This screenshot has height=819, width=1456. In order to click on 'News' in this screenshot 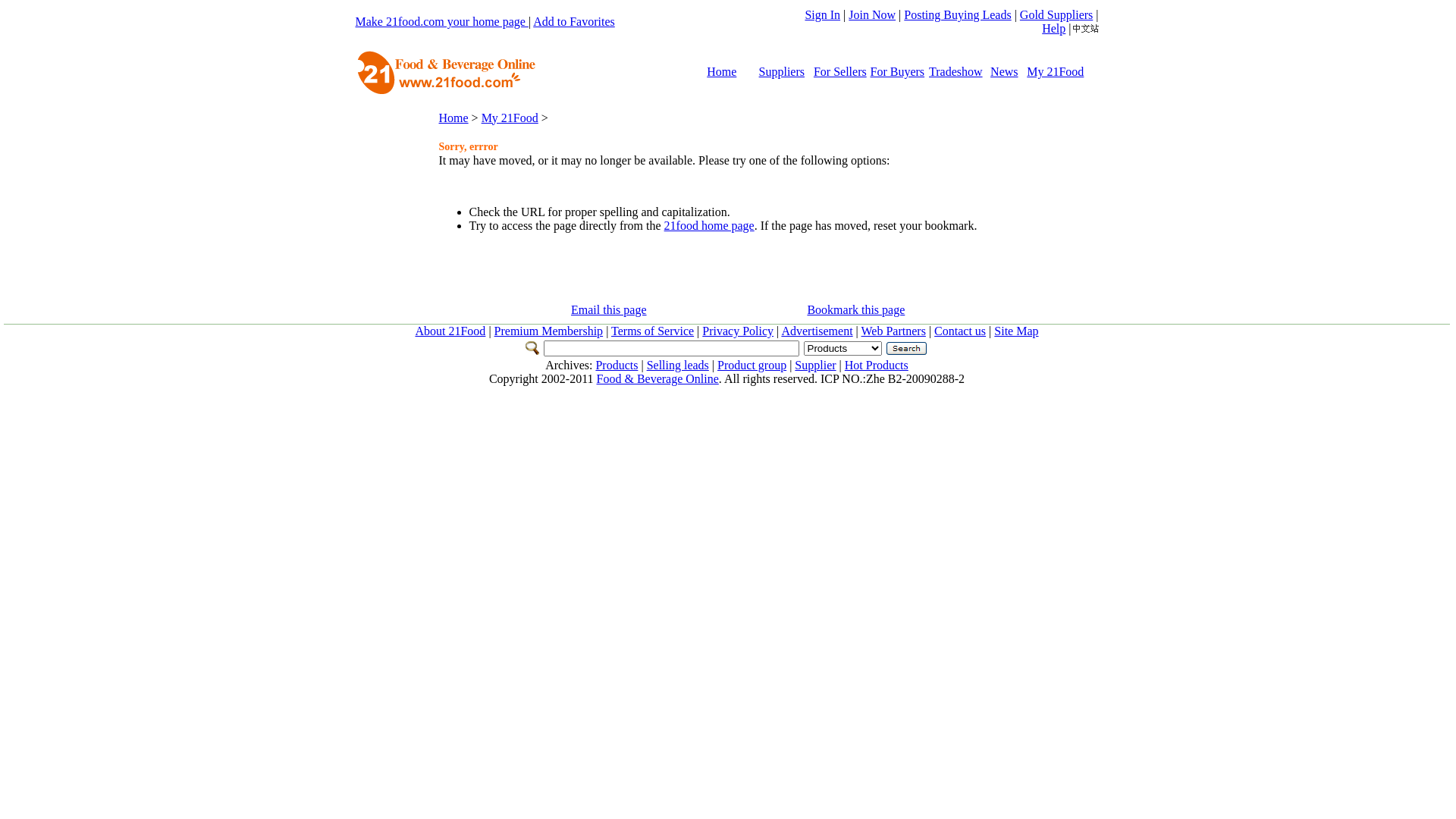, I will do `click(990, 71)`.